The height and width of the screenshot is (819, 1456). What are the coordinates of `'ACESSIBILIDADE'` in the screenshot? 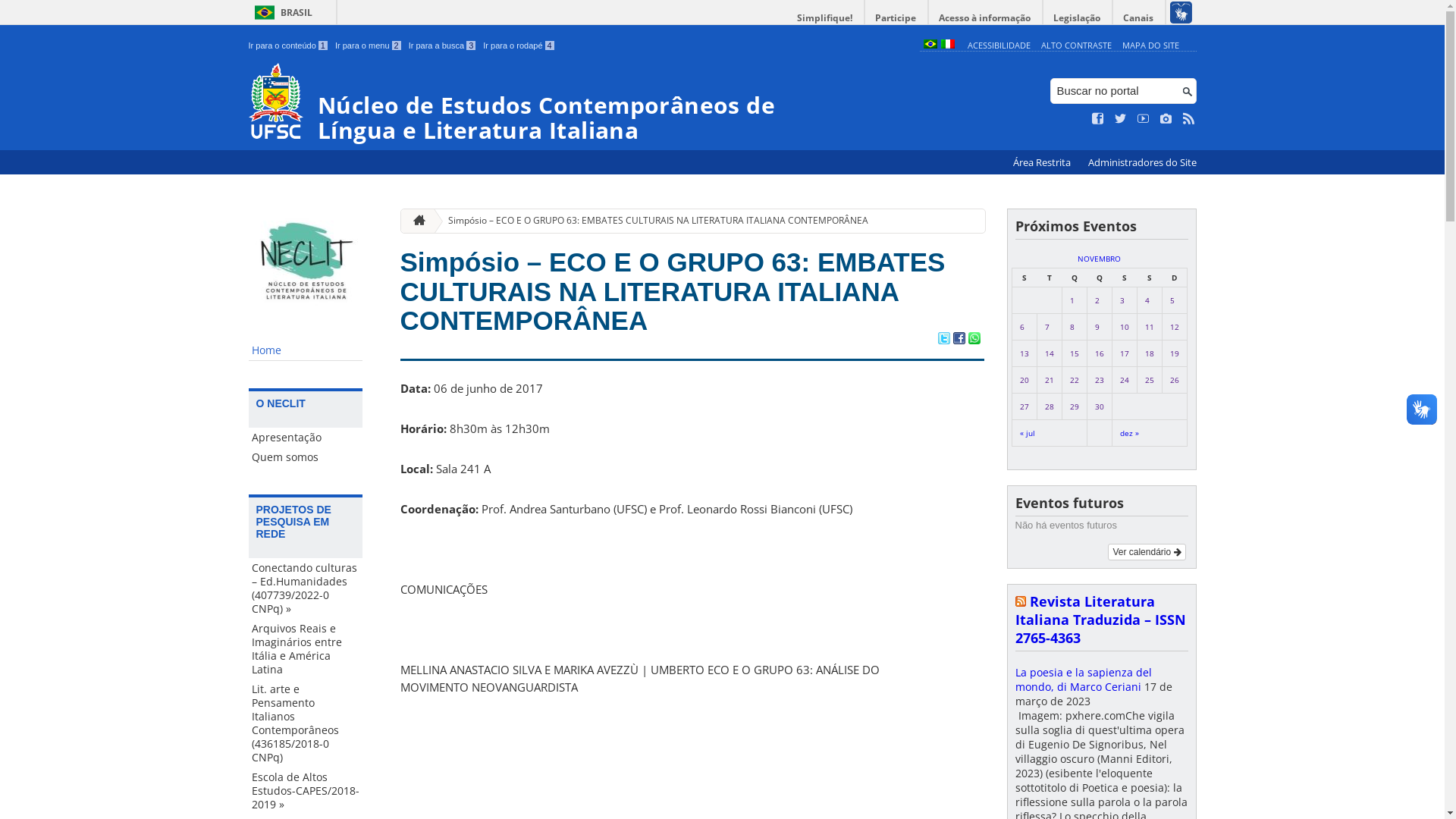 It's located at (999, 44).